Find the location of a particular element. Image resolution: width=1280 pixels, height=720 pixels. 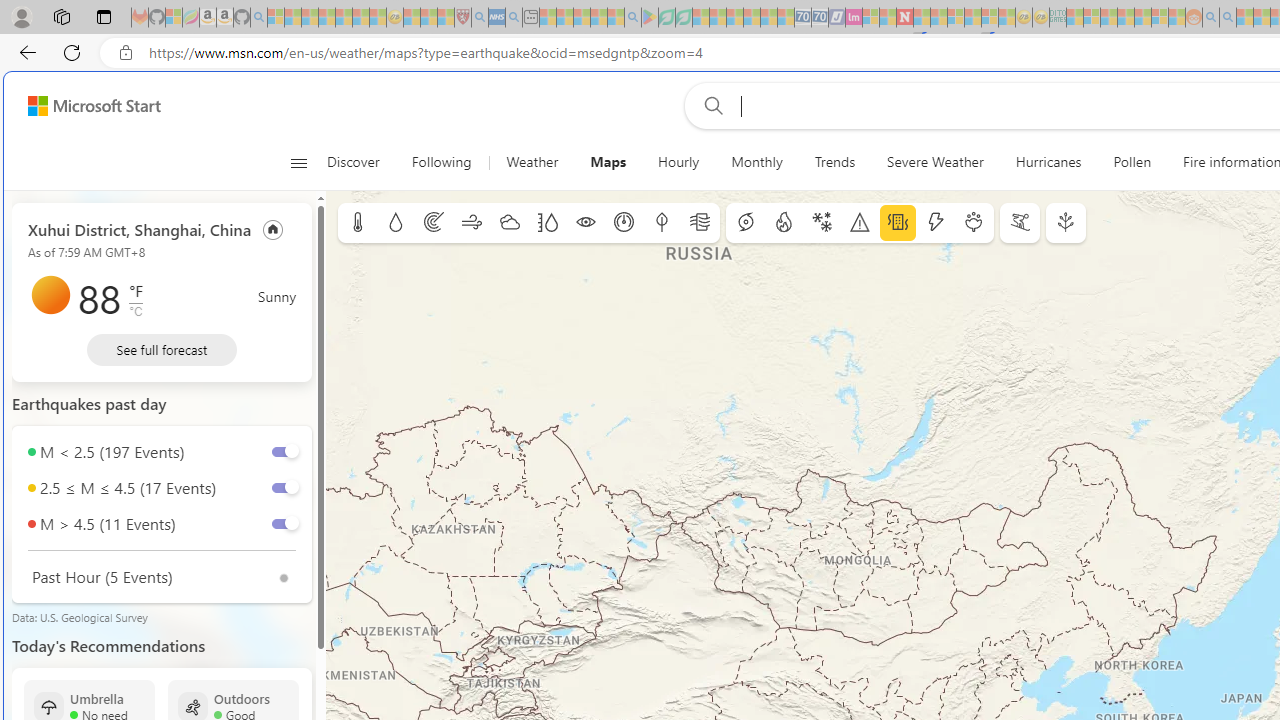

'Hourly' is located at coordinates (679, 162).